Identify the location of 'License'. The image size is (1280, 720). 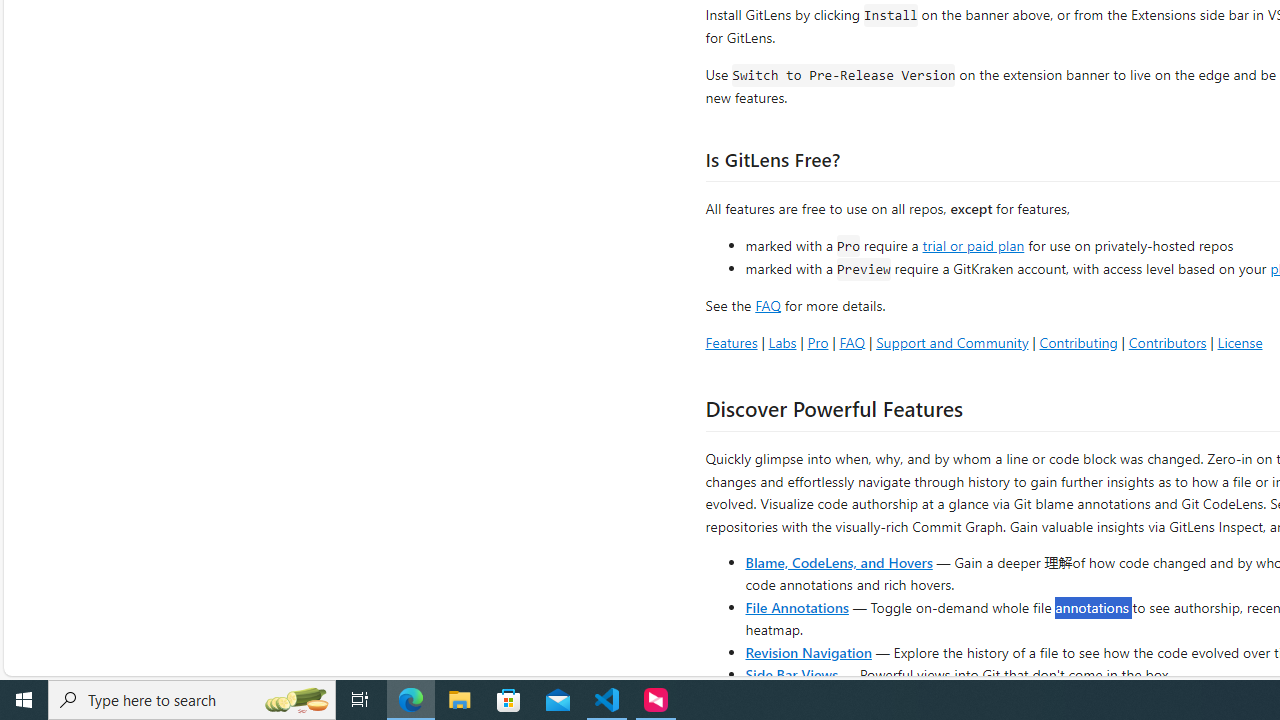
(1239, 341).